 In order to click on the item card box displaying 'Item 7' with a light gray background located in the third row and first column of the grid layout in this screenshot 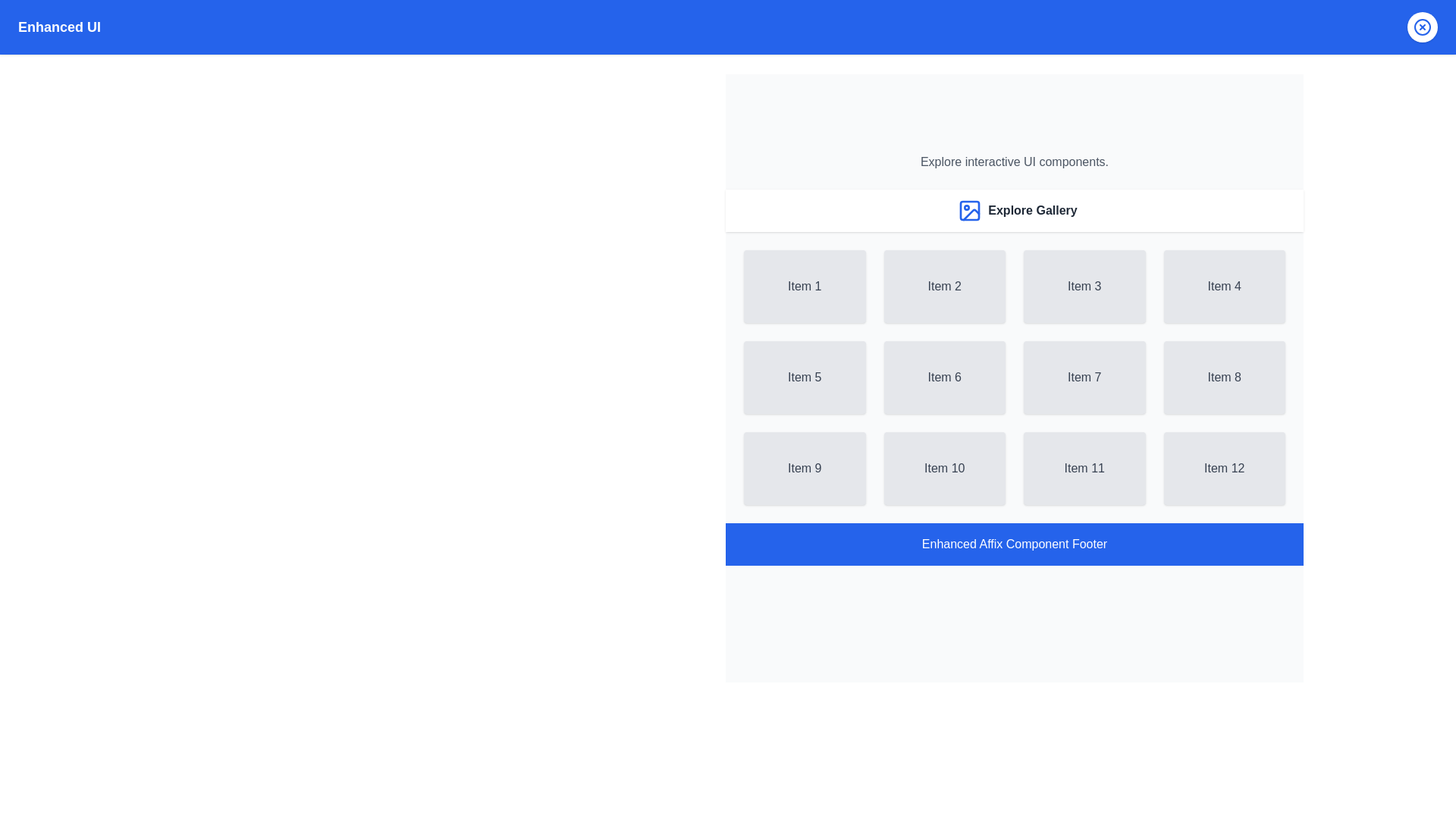, I will do `click(1084, 376)`.